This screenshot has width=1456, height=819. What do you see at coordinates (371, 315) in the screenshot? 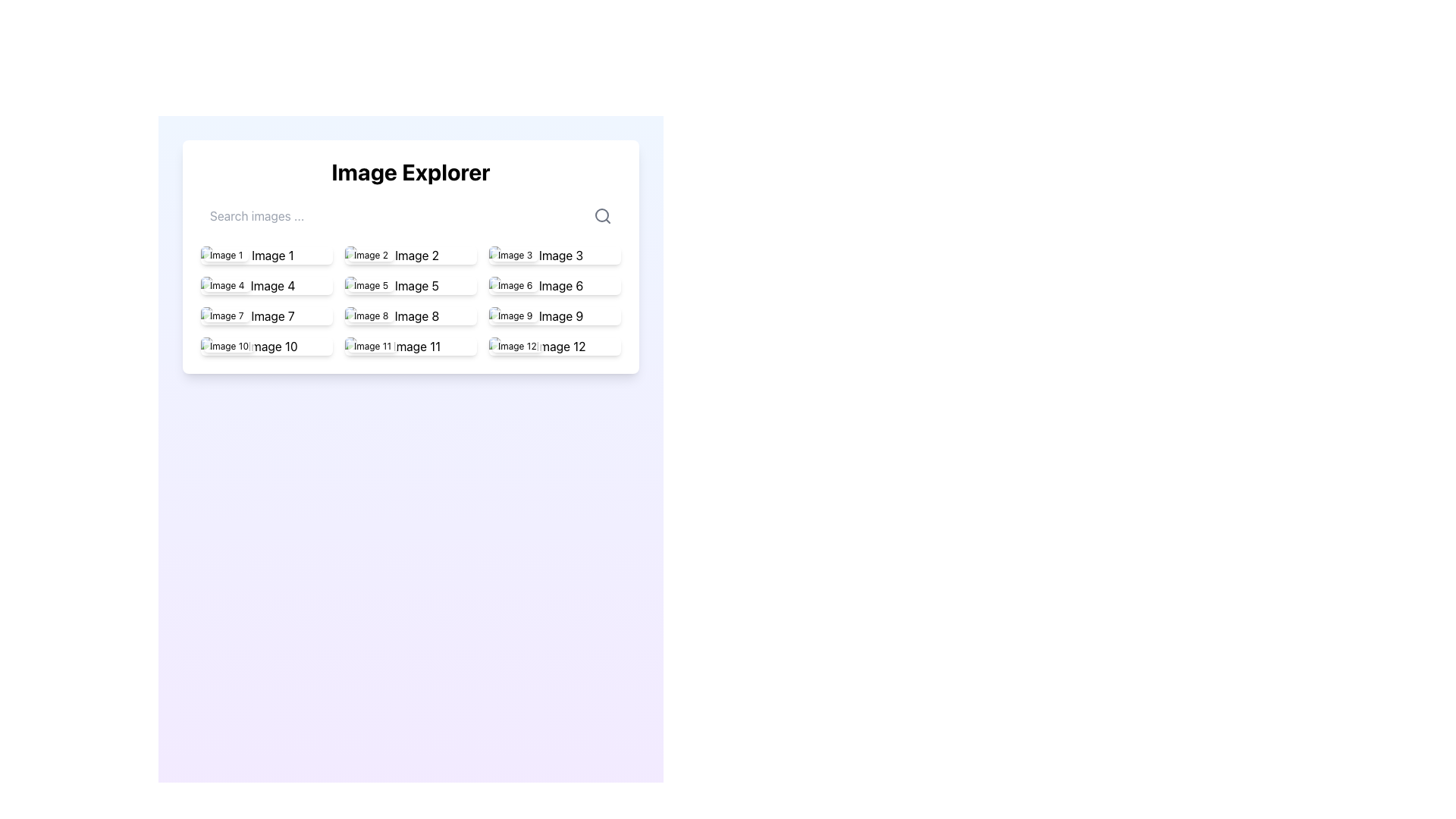
I see `the text label overlay element that displays 'Image 8', which is a small text box with a white background and rounded corners, located in the third row and second column of the image gallery` at bounding box center [371, 315].